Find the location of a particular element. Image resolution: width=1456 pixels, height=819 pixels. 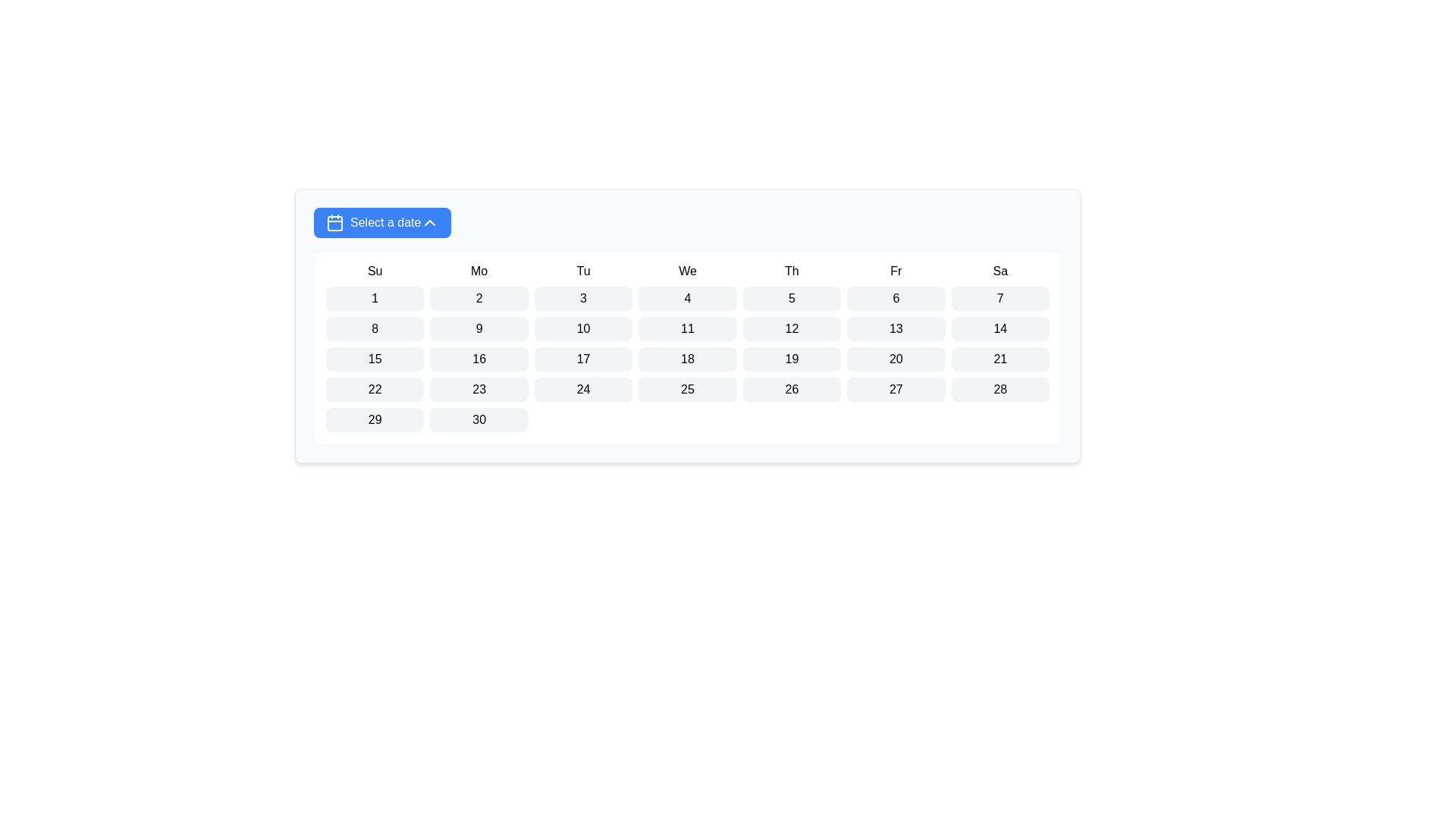

the button labeled '29' located in the bottom row and first column of the calendar grid under 'Su' (Sunday) is located at coordinates (375, 420).